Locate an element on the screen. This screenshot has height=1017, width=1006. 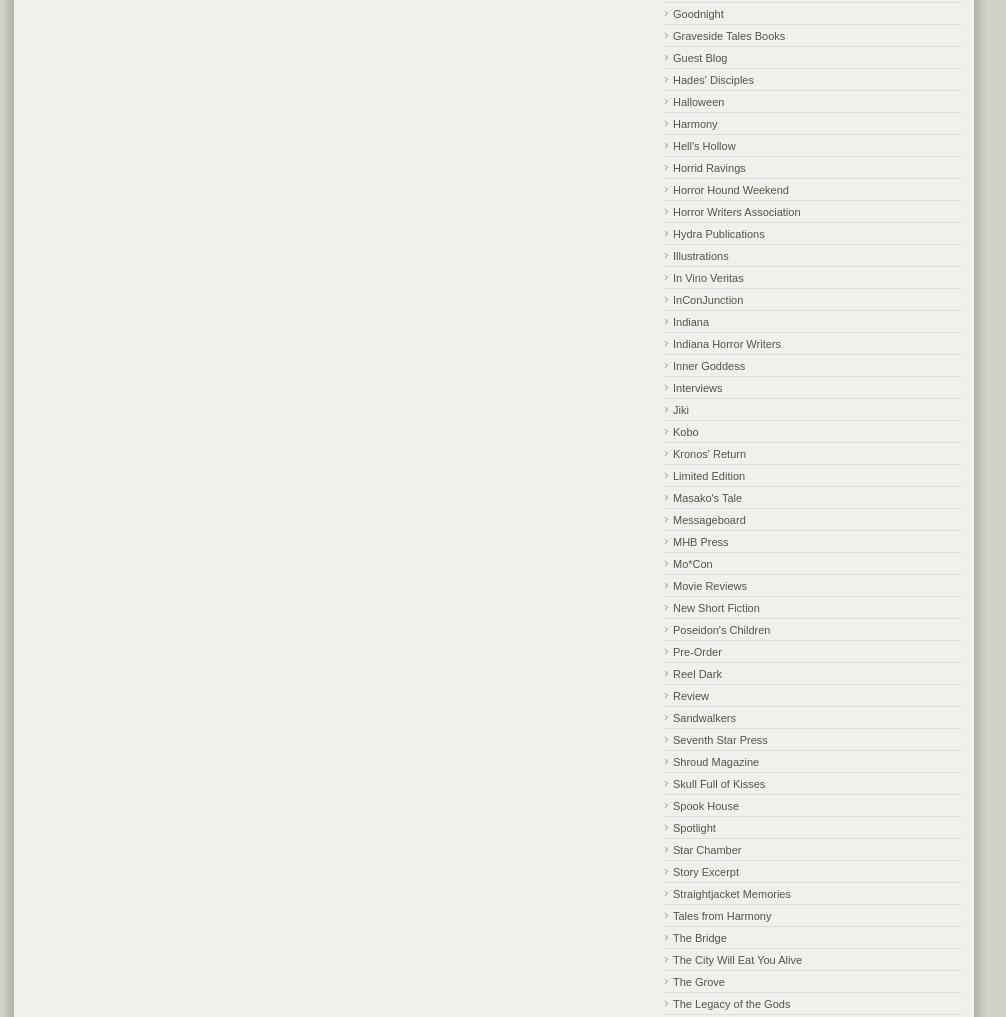
'Seventh Star Press' is located at coordinates (719, 738).